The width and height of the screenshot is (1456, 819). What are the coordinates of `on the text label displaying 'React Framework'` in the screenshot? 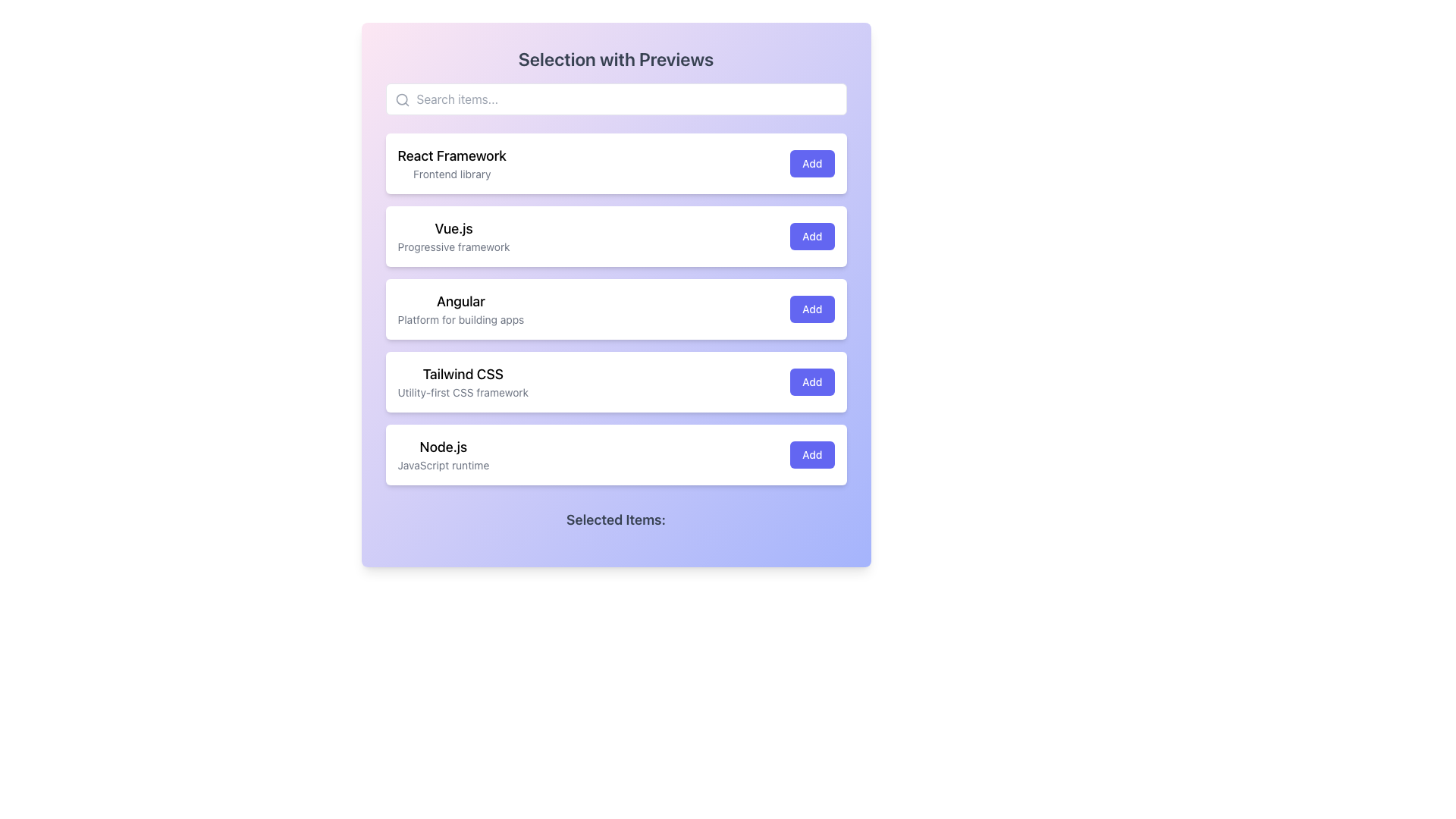 It's located at (451, 155).